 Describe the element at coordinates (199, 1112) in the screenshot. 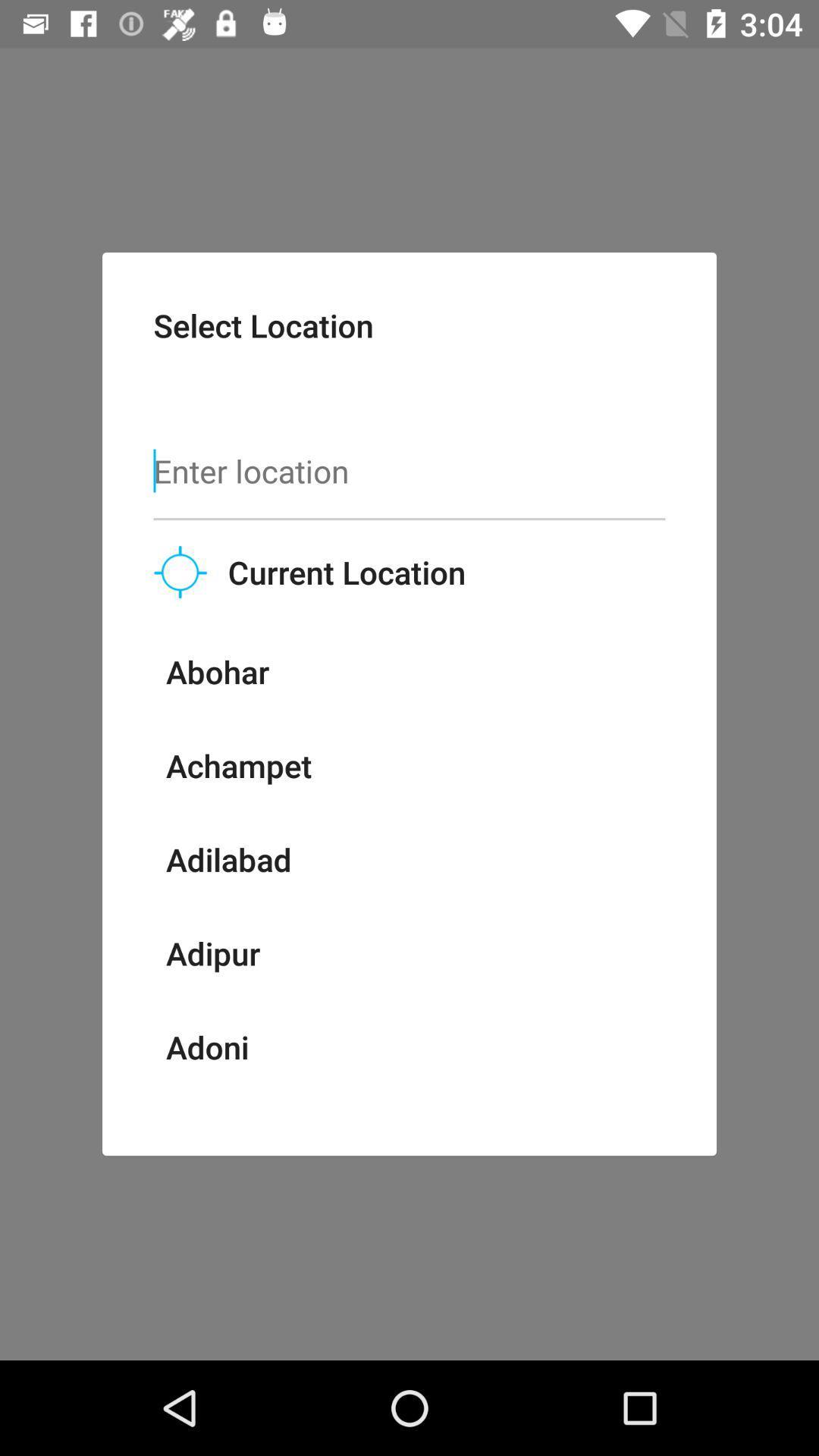

I see `the item below adoni` at that location.